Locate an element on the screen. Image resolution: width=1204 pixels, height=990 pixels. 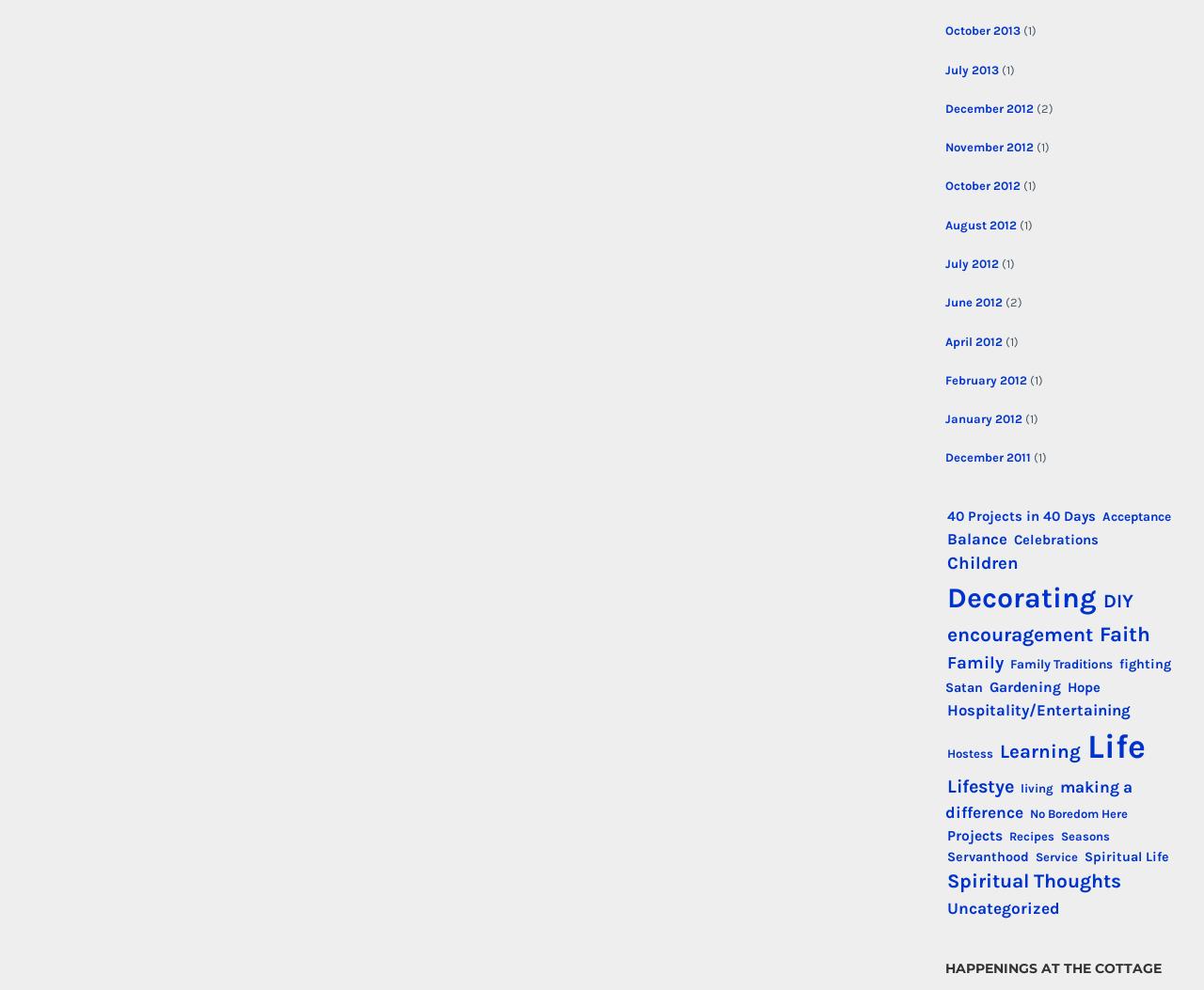
'Hostess' is located at coordinates (945, 753).